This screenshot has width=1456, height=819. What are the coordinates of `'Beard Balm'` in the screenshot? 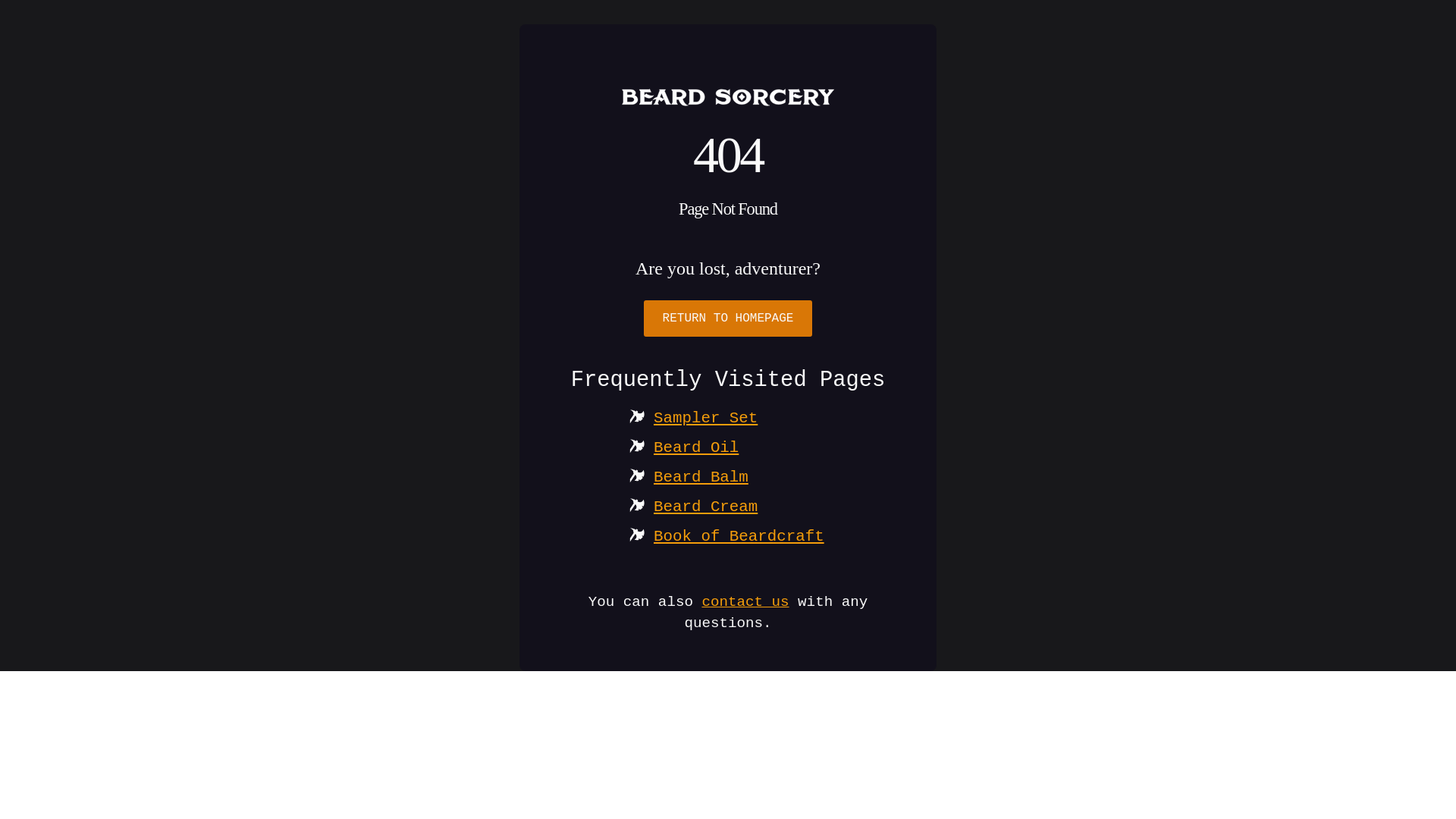 It's located at (700, 476).